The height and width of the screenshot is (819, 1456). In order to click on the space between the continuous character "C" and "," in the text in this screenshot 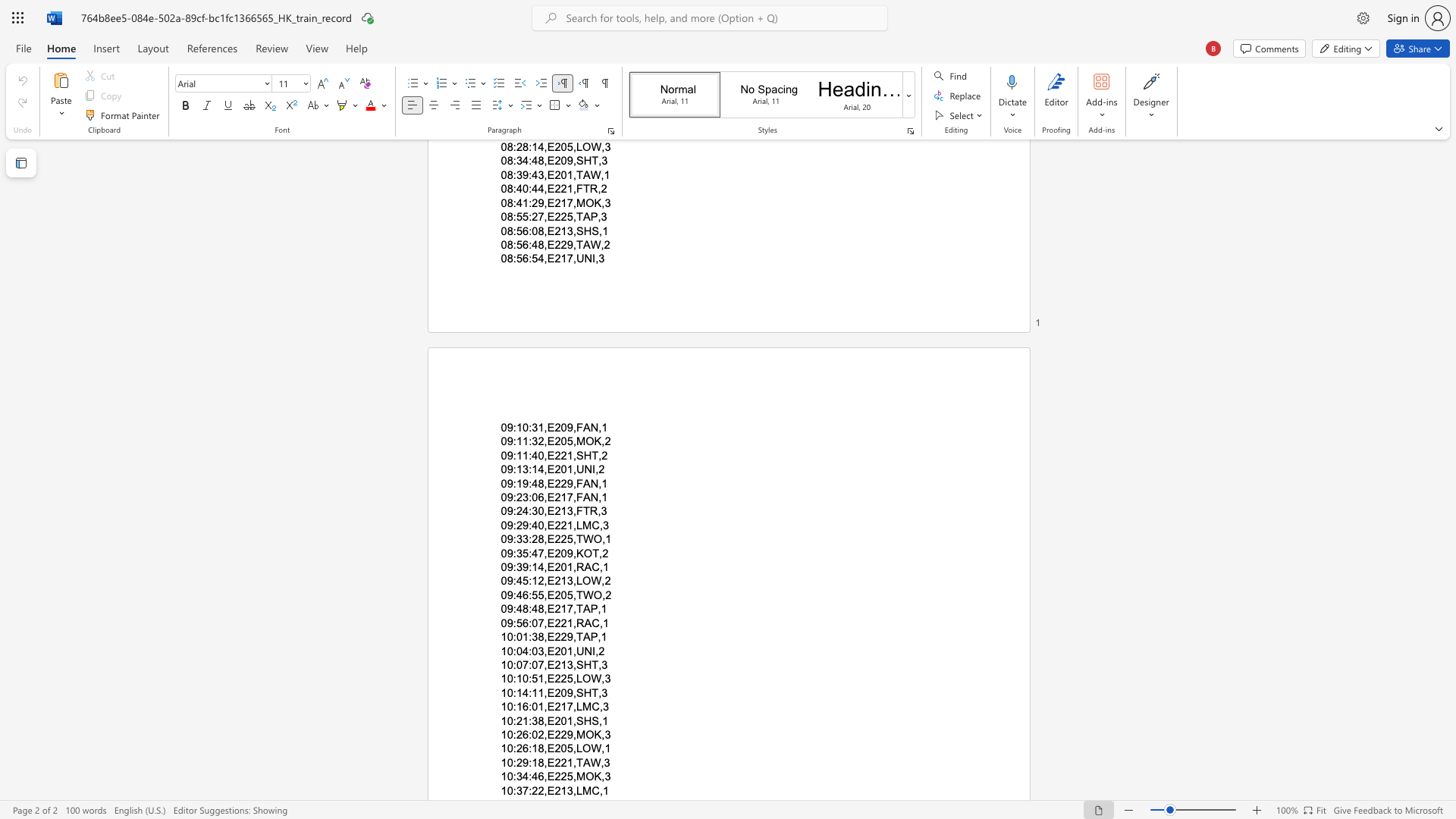, I will do `click(598, 707)`.